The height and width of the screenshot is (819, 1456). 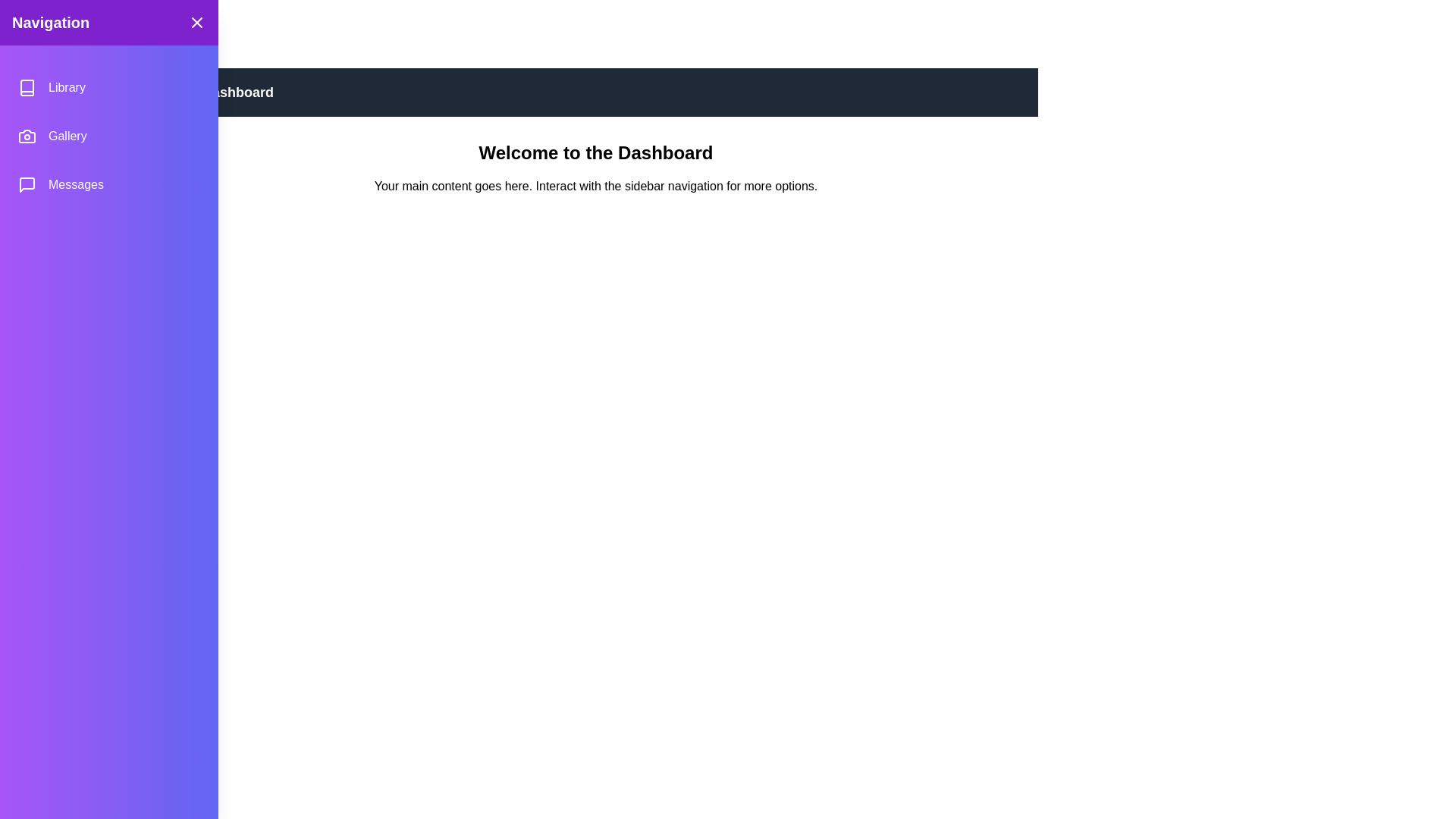 What do you see at coordinates (75, 184) in the screenshot?
I see `the 'Messages' text label in the sidebar navigation menu, which is displayed in white text on a purple background, and is the third item in the list` at bounding box center [75, 184].